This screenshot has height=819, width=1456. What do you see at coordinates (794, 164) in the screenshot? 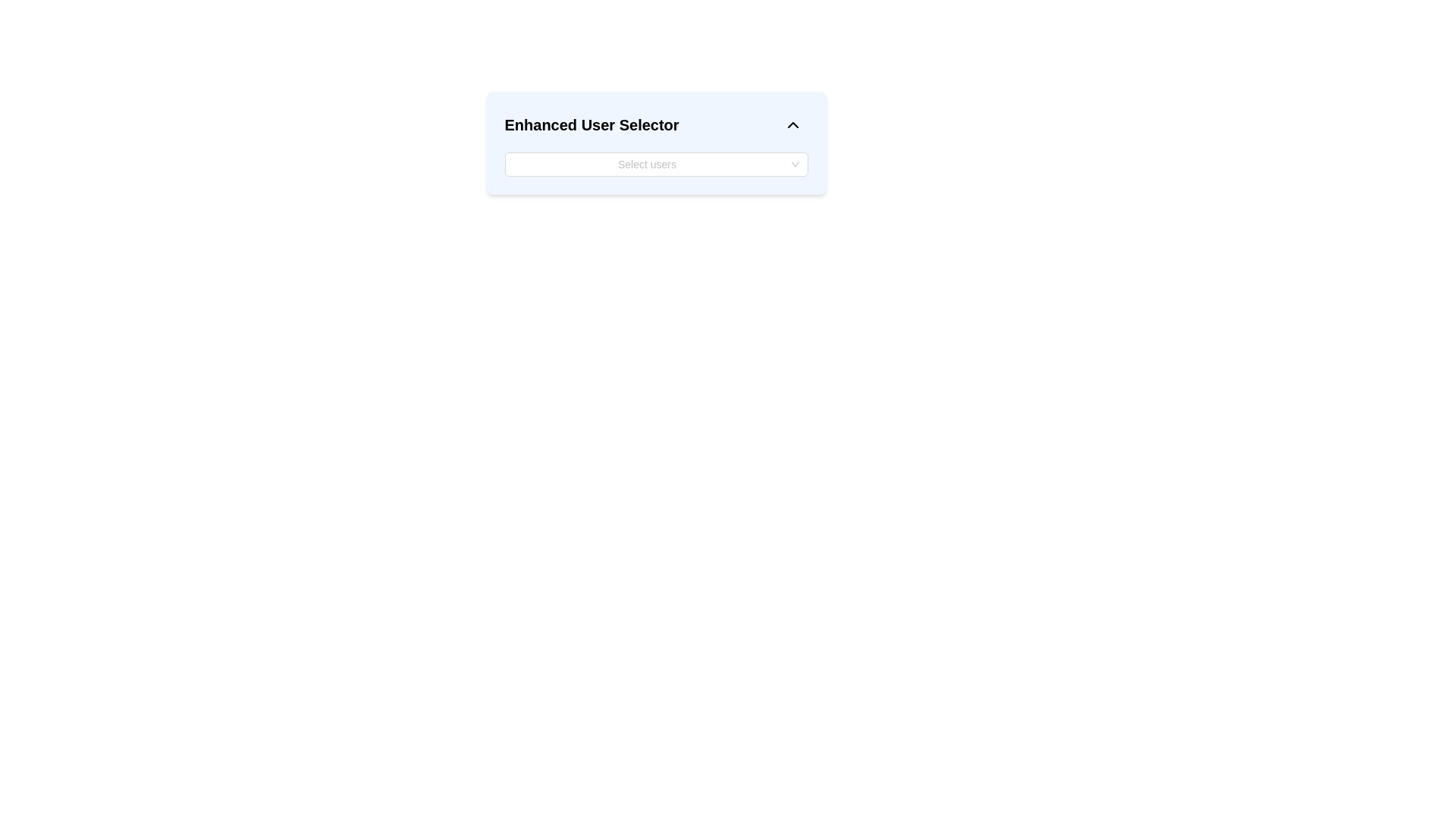
I see `the dropdown toggle indicator located on the far right side of the 'Select users' input field` at bounding box center [794, 164].